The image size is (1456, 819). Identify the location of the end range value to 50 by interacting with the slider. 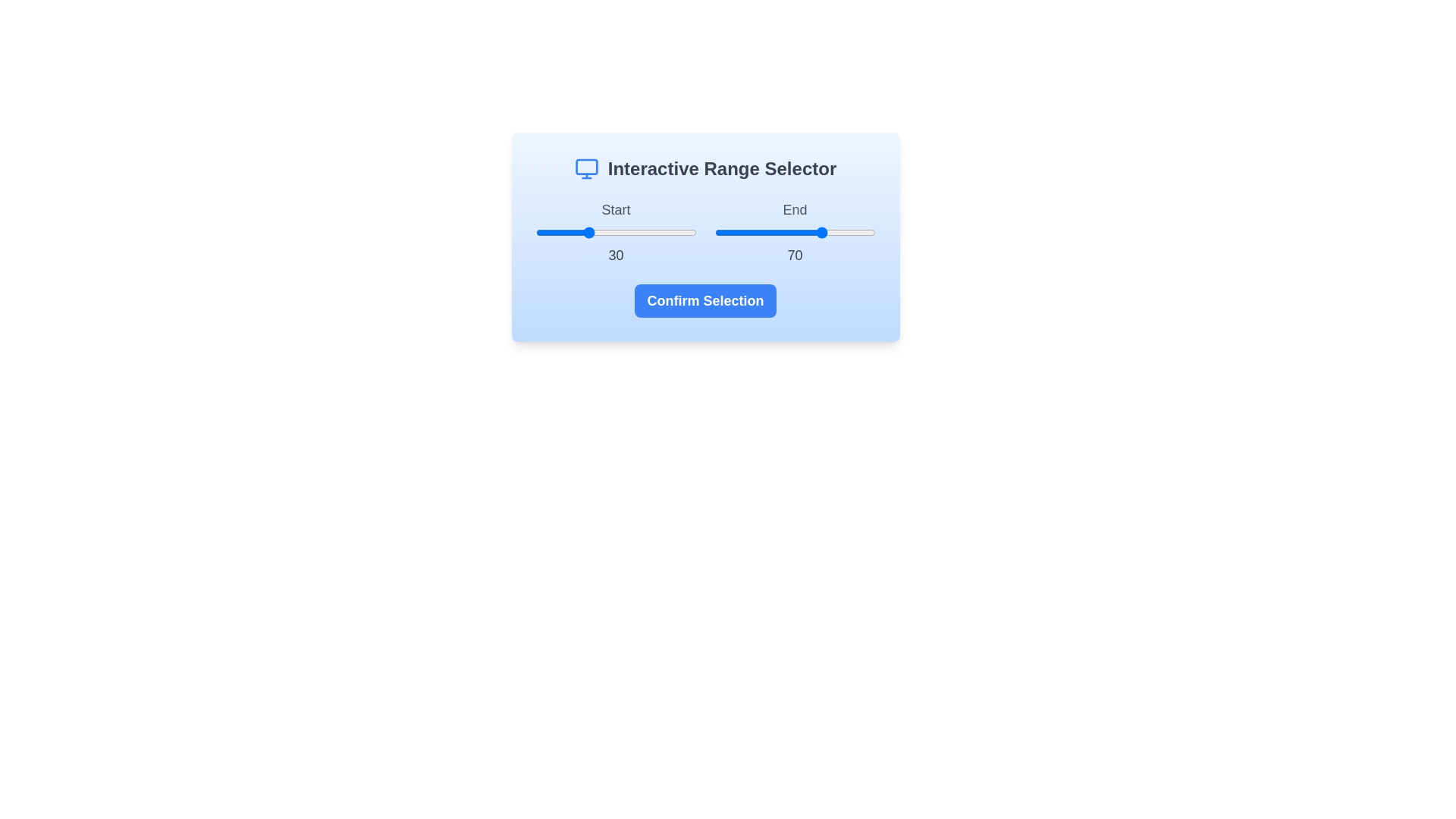
(794, 233).